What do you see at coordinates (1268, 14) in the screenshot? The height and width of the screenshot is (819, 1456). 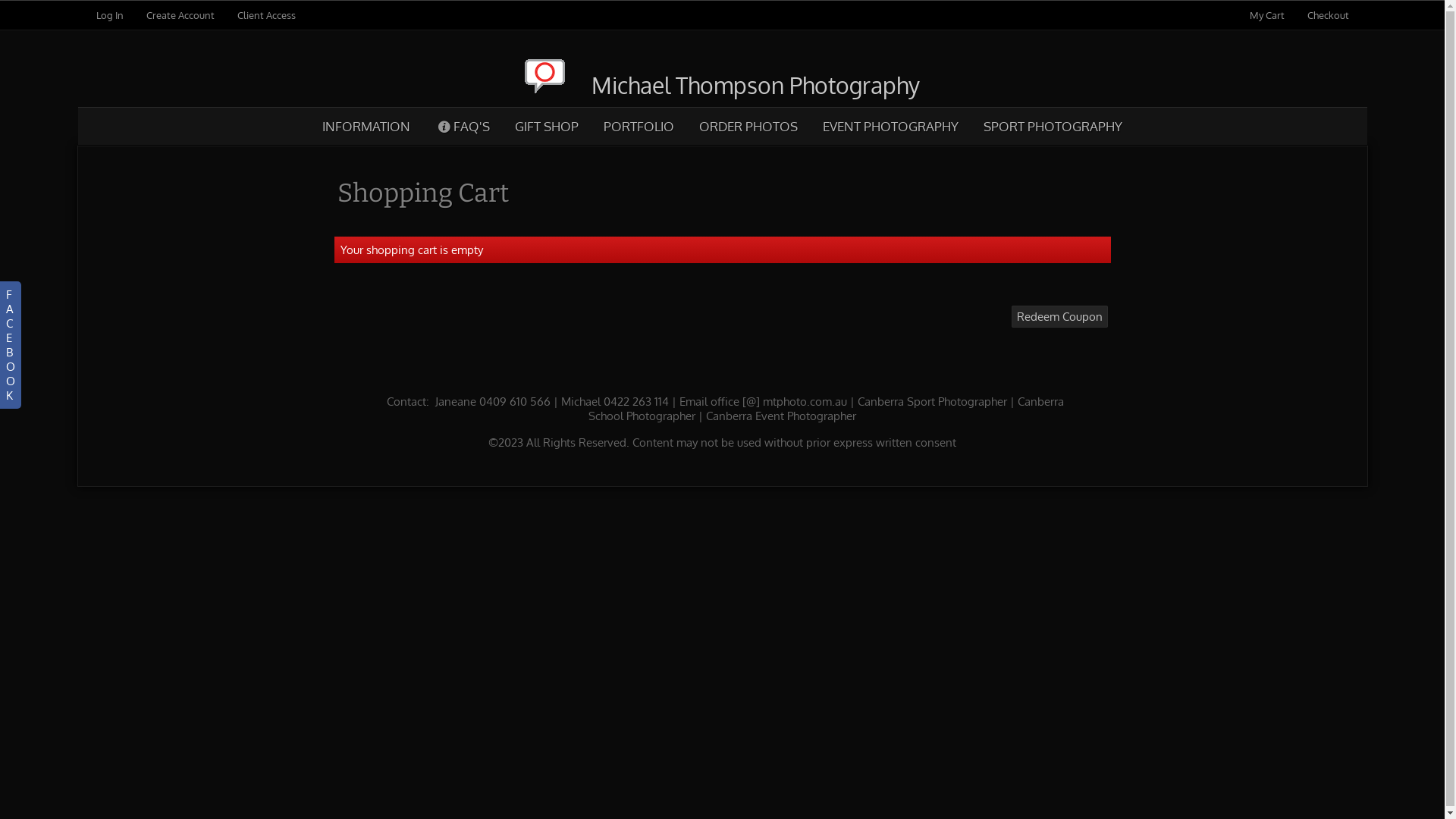 I see `'My Cart'` at bounding box center [1268, 14].